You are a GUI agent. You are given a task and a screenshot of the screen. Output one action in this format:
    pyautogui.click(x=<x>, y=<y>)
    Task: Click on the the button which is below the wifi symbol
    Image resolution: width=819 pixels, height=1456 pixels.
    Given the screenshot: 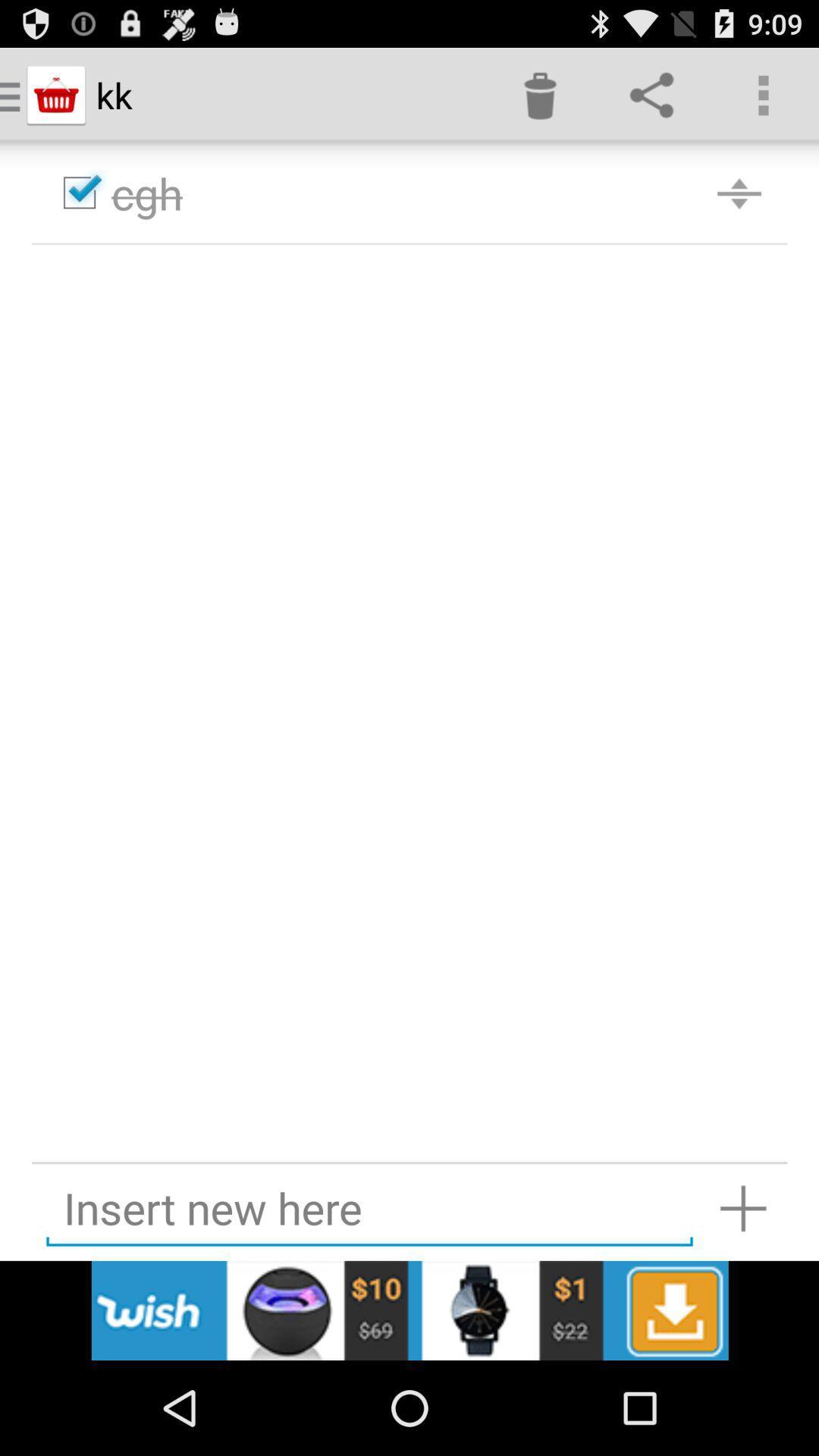 What is the action you would take?
    pyautogui.click(x=651, y=94)
    